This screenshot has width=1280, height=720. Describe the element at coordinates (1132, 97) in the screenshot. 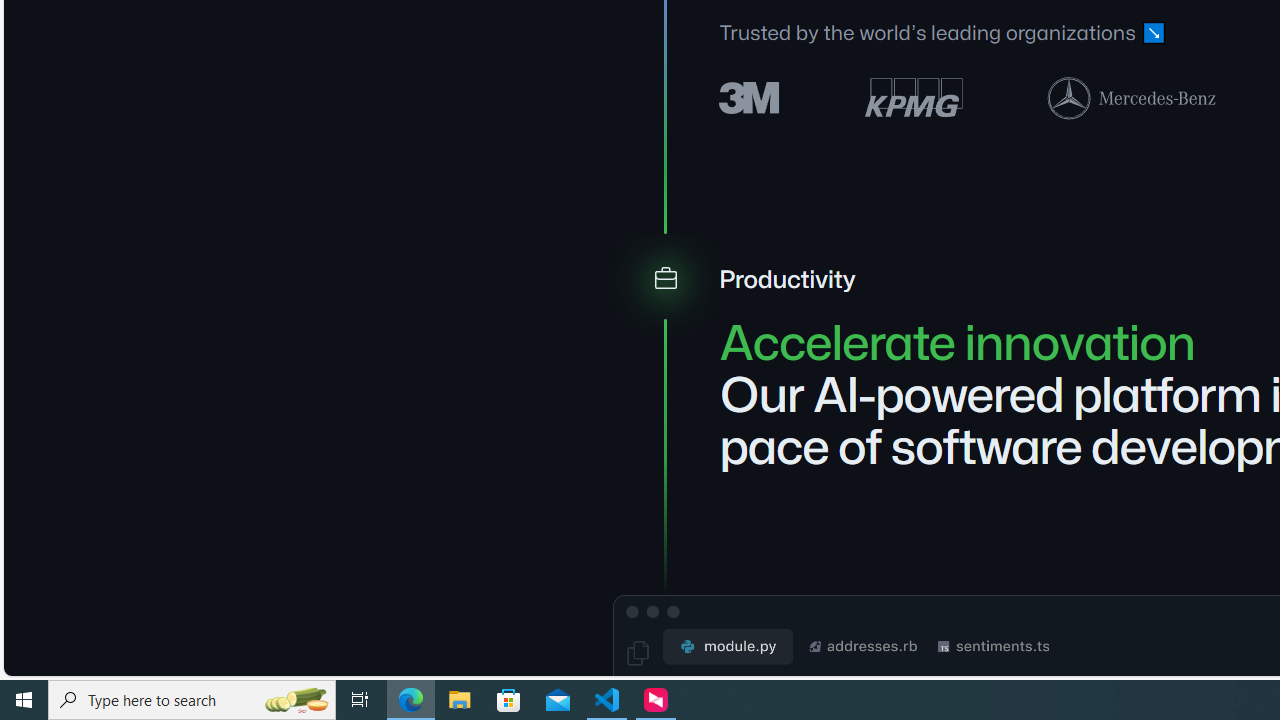

I see `'Mercedes-Benz logo'` at that location.